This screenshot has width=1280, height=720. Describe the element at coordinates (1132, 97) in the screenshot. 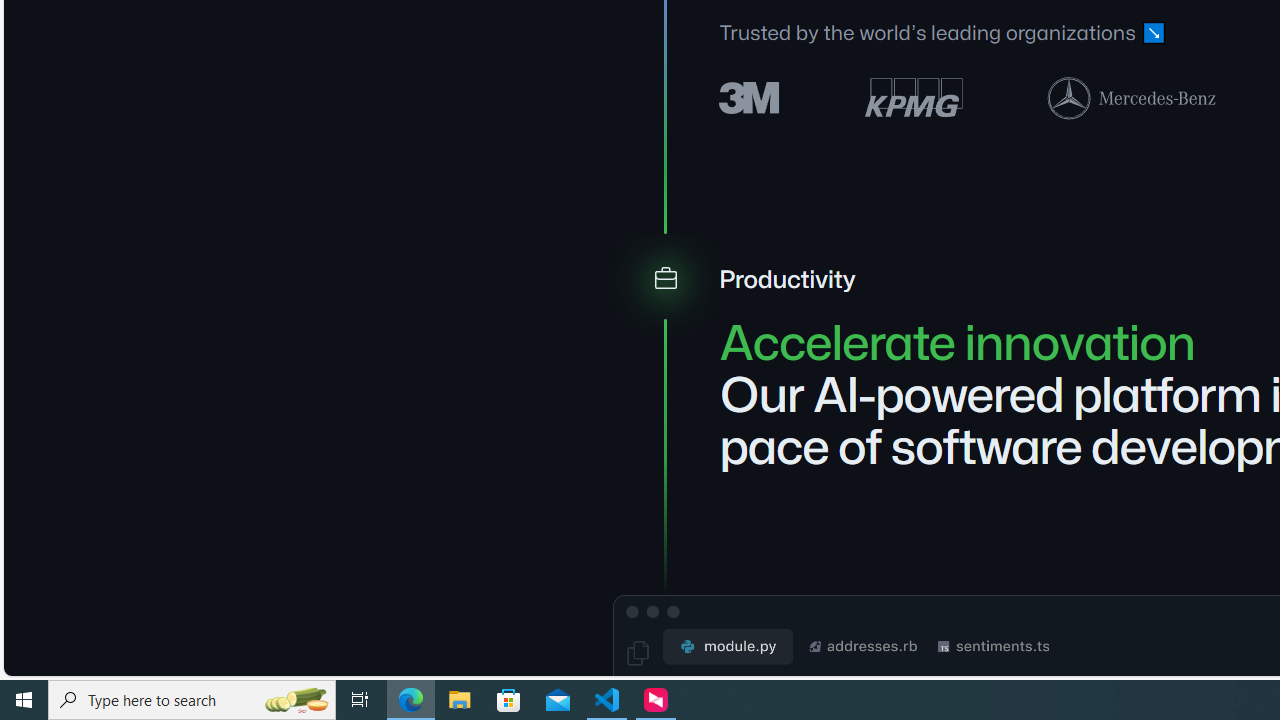

I see `'Mercedes-Benz logo'` at that location.